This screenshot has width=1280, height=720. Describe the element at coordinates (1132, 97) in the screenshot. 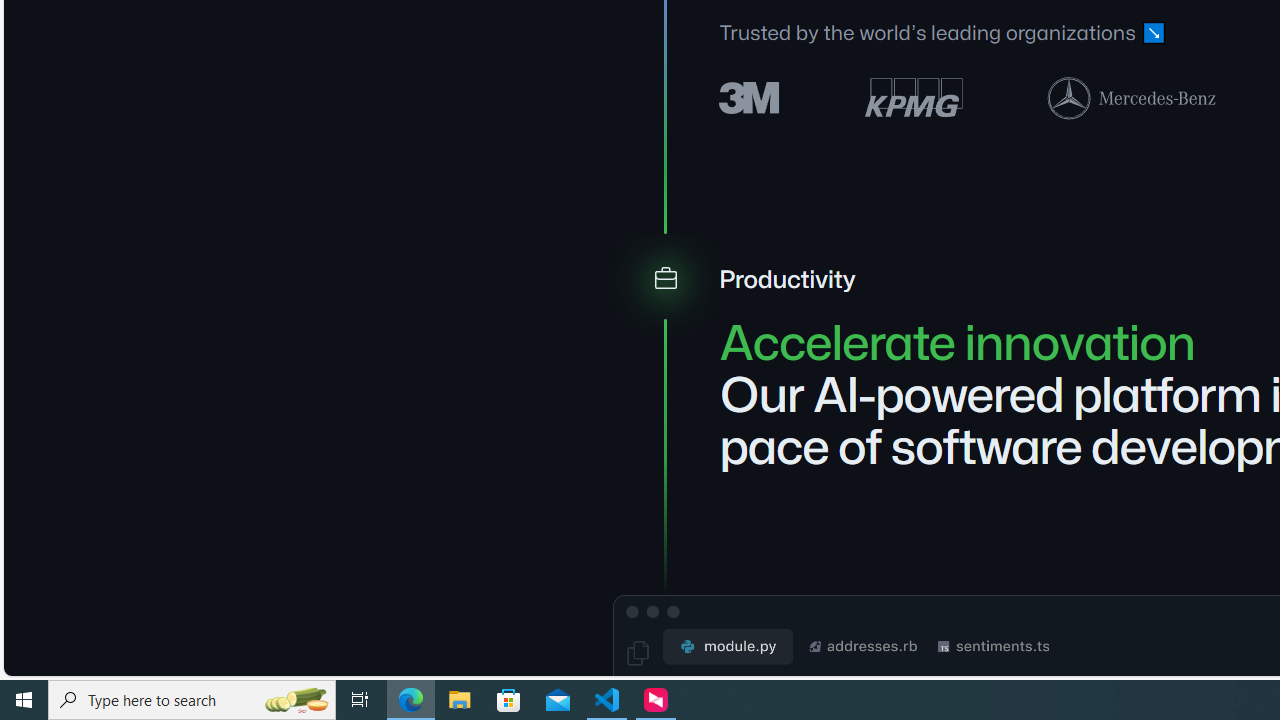

I see `'Mercedes-Benz logo'` at that location.